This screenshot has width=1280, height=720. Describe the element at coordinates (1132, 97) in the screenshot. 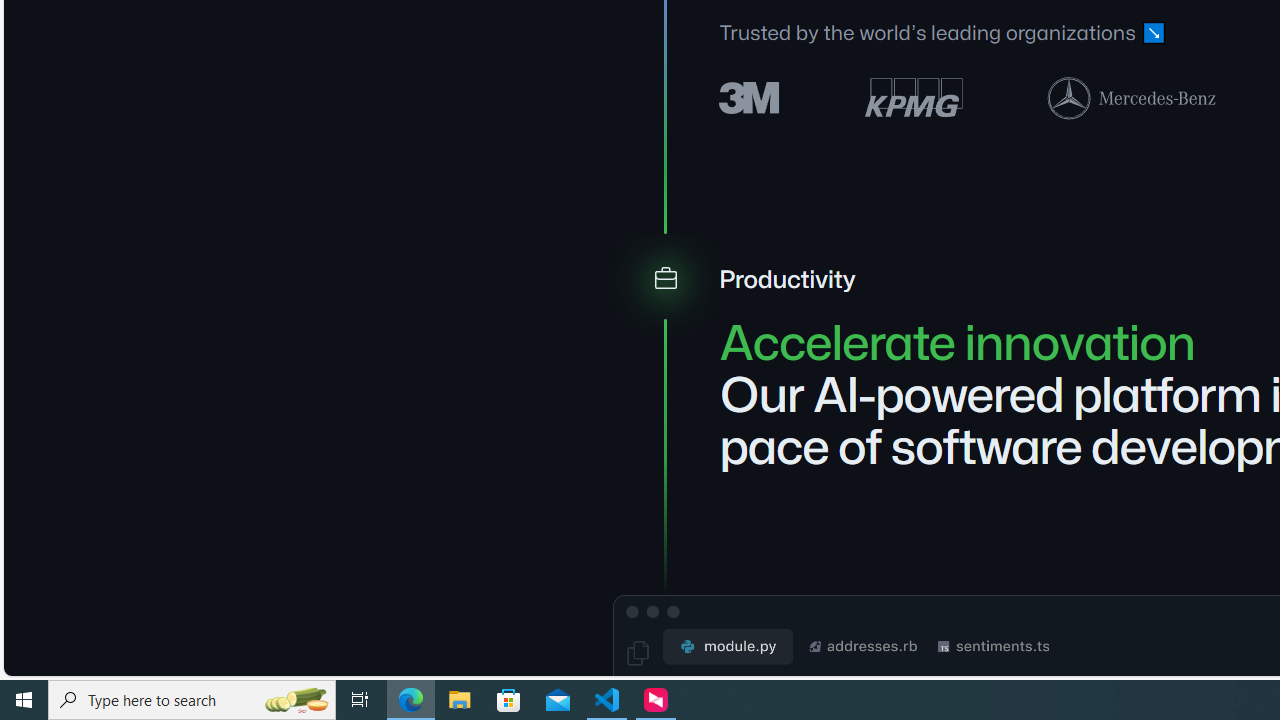

I see `'Mercedes-Benz logo'` at that location.